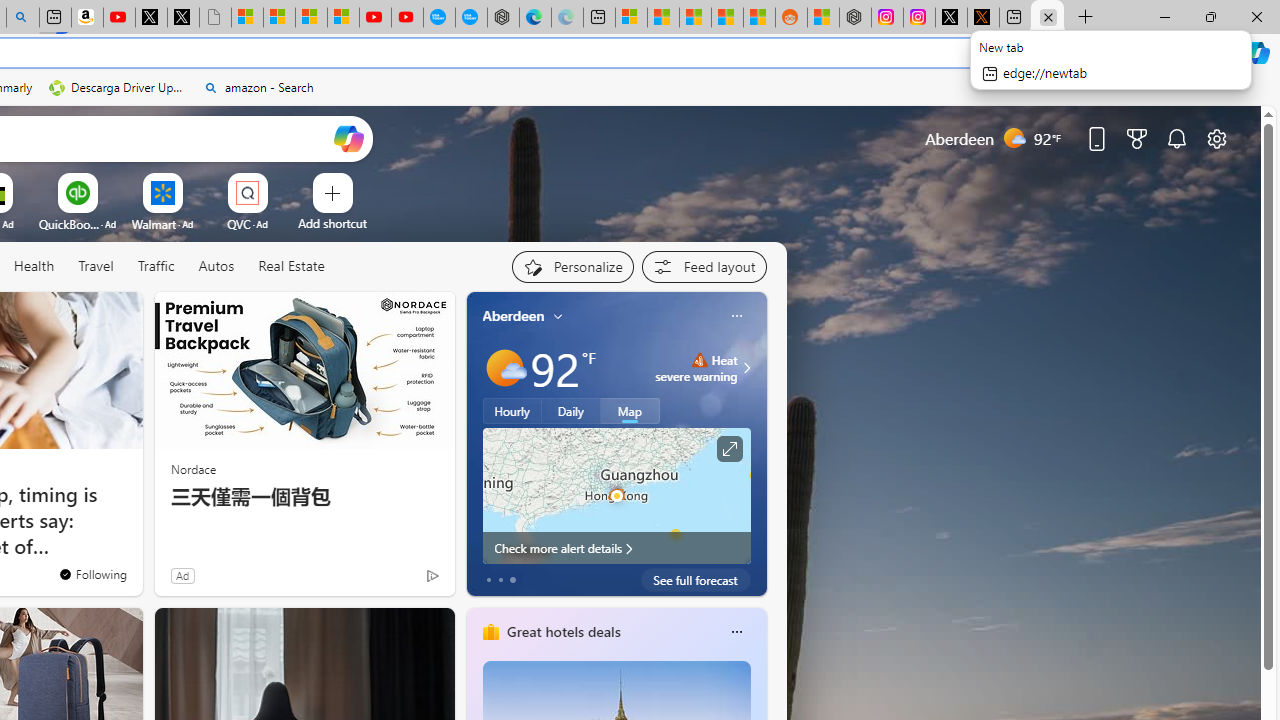  What do you see at coordinates (470, 17) in the screenshot?
I see `'The most popular Google '` at bounding box center [470, 17].